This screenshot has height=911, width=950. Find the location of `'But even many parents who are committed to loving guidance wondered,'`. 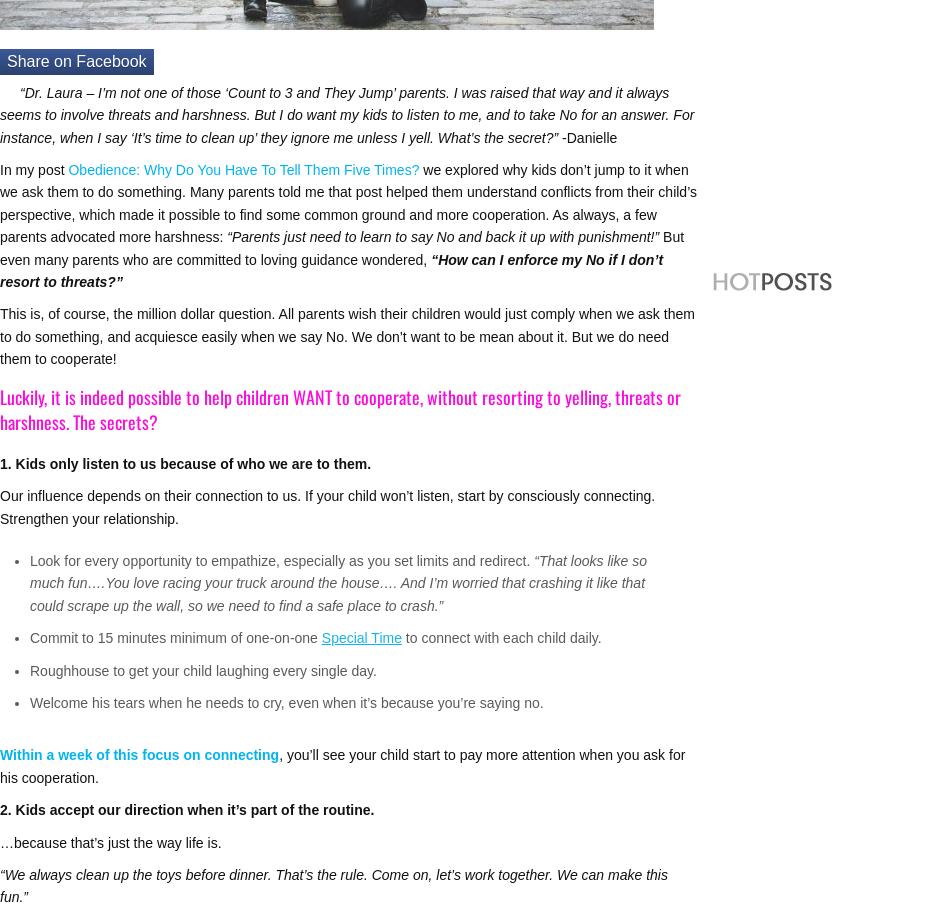

'But even many parents who are committed to loving guidance wondered,' is located at coordinates (341, 246).